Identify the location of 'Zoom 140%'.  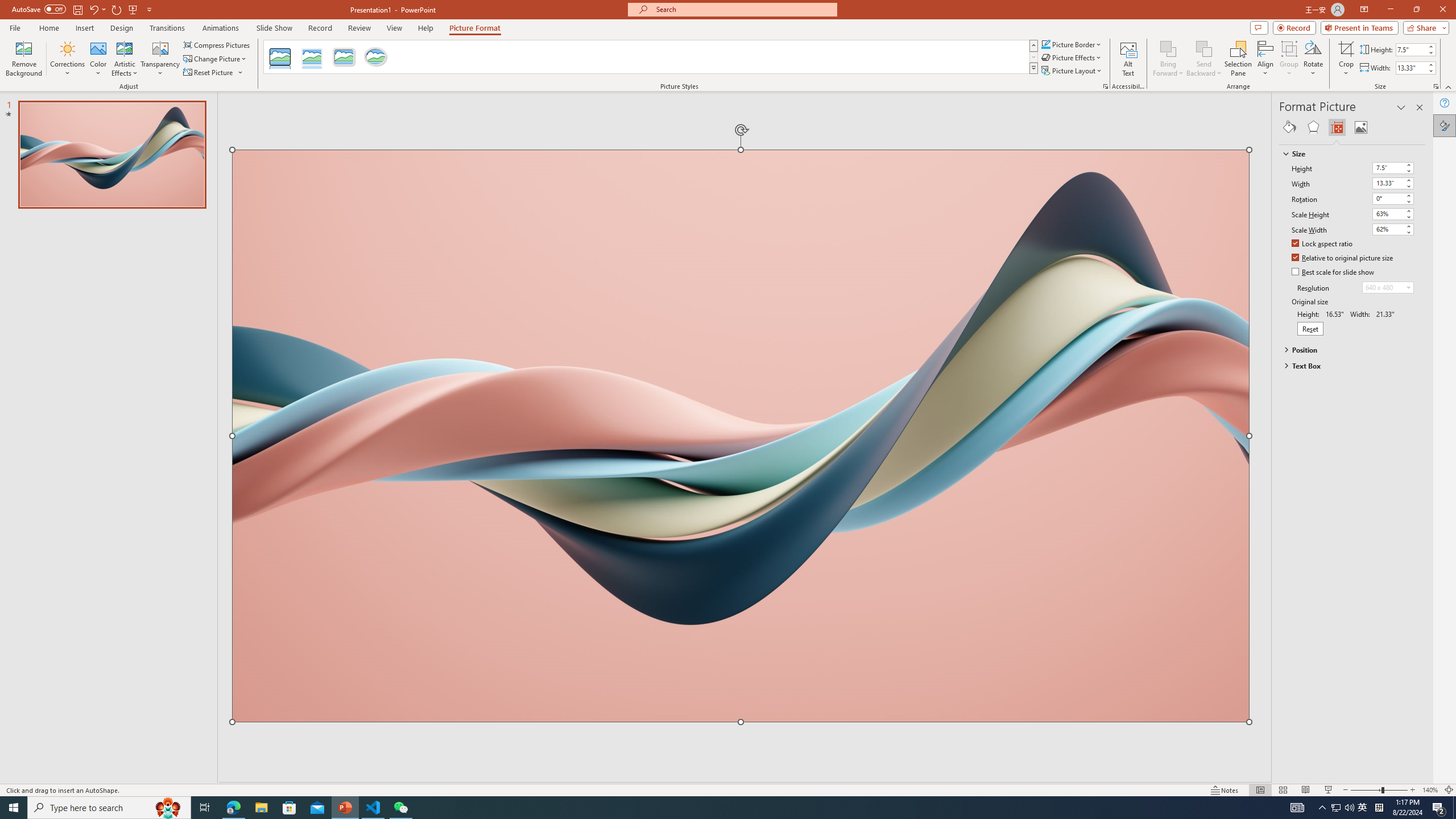
(1430, 790).